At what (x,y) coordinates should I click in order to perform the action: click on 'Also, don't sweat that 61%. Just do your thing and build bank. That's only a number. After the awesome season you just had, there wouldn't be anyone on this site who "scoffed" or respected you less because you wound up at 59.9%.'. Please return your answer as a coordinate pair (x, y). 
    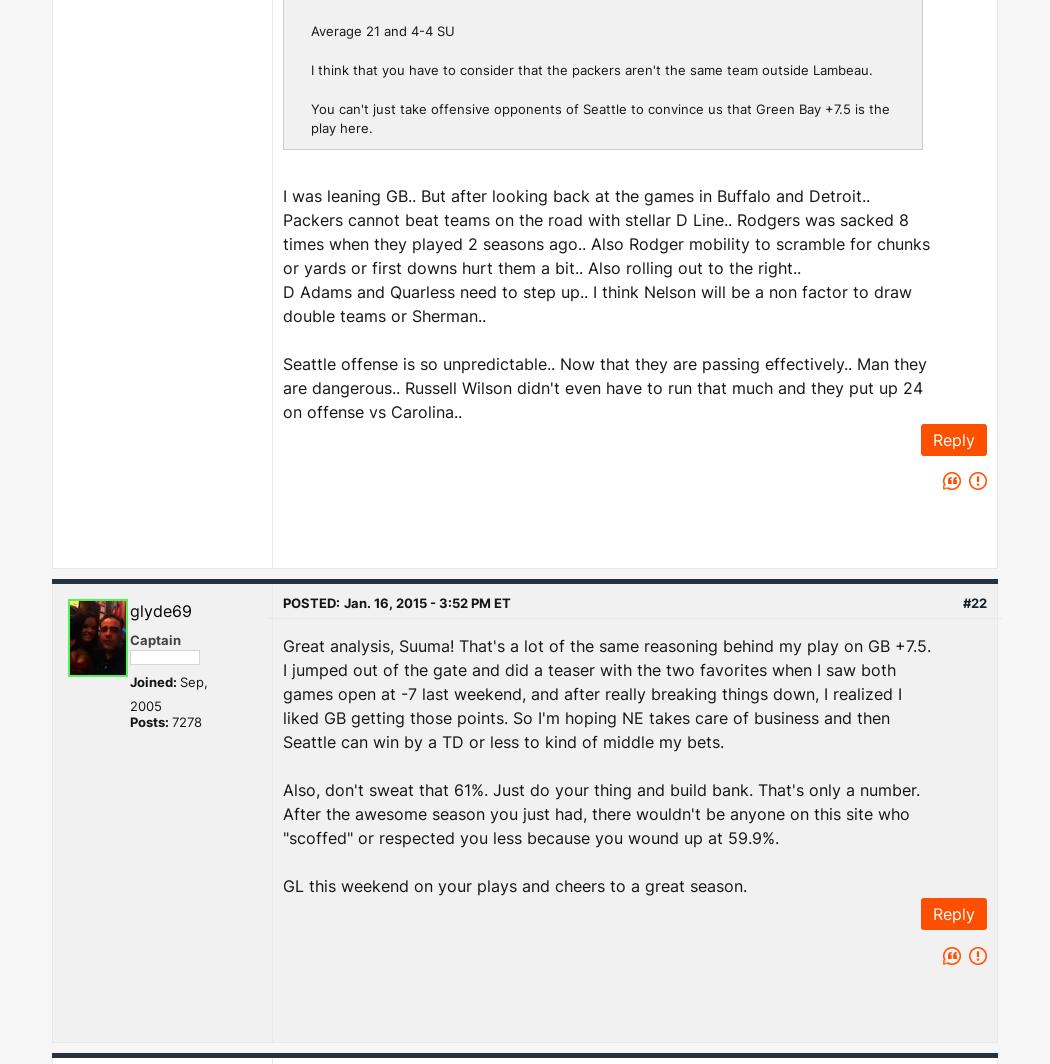
    Looking at the image, I should click on (601, 813).